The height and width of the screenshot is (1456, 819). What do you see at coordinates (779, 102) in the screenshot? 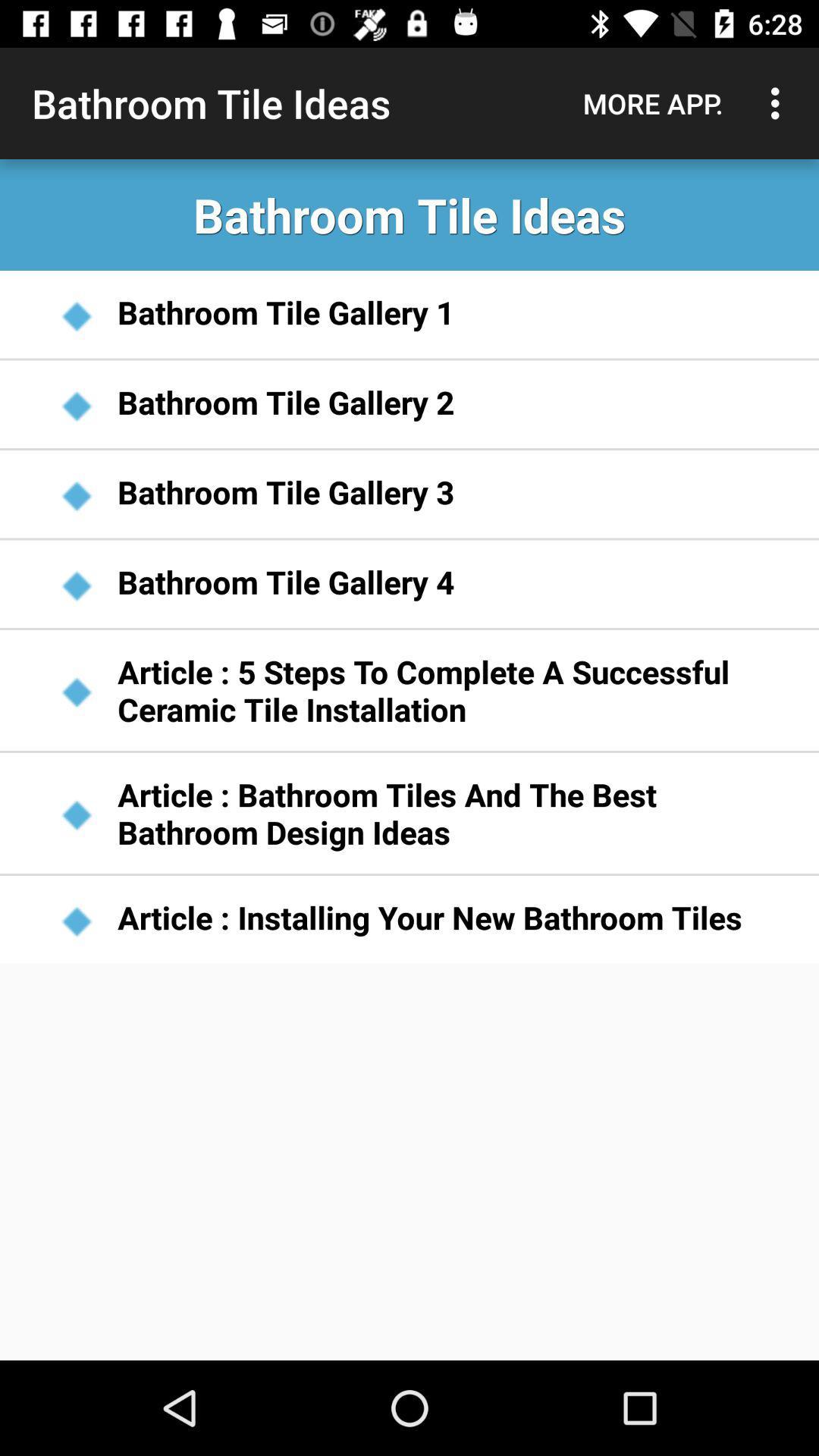
I see `icon above bathroom tile ideas app` at bounding box center [779, 102].